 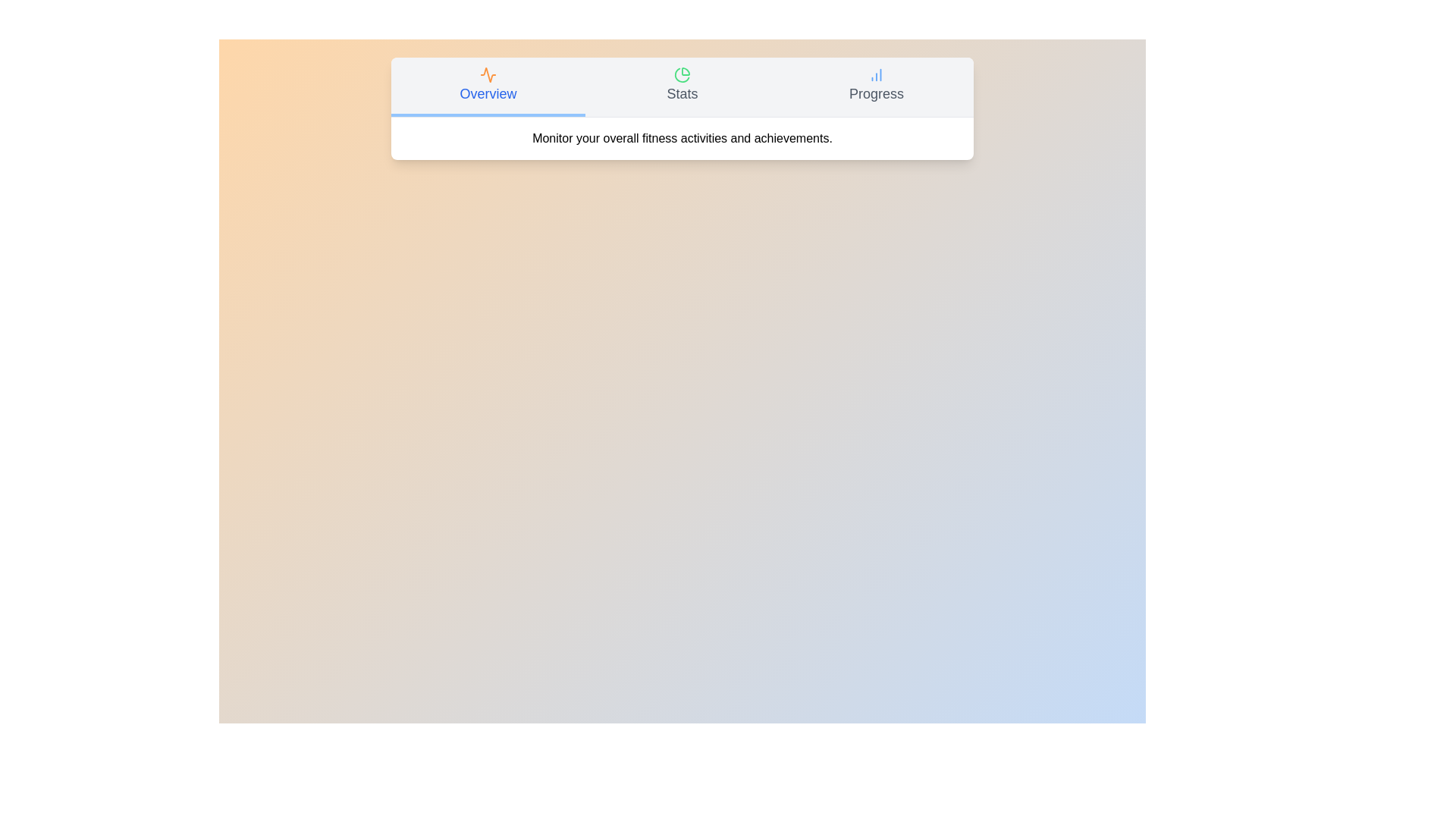 What do you see at coordinates (682, 87) in the screenshot?
I see `the tab labeled Stats to preview its hover style` at bounding box center [682, 87].